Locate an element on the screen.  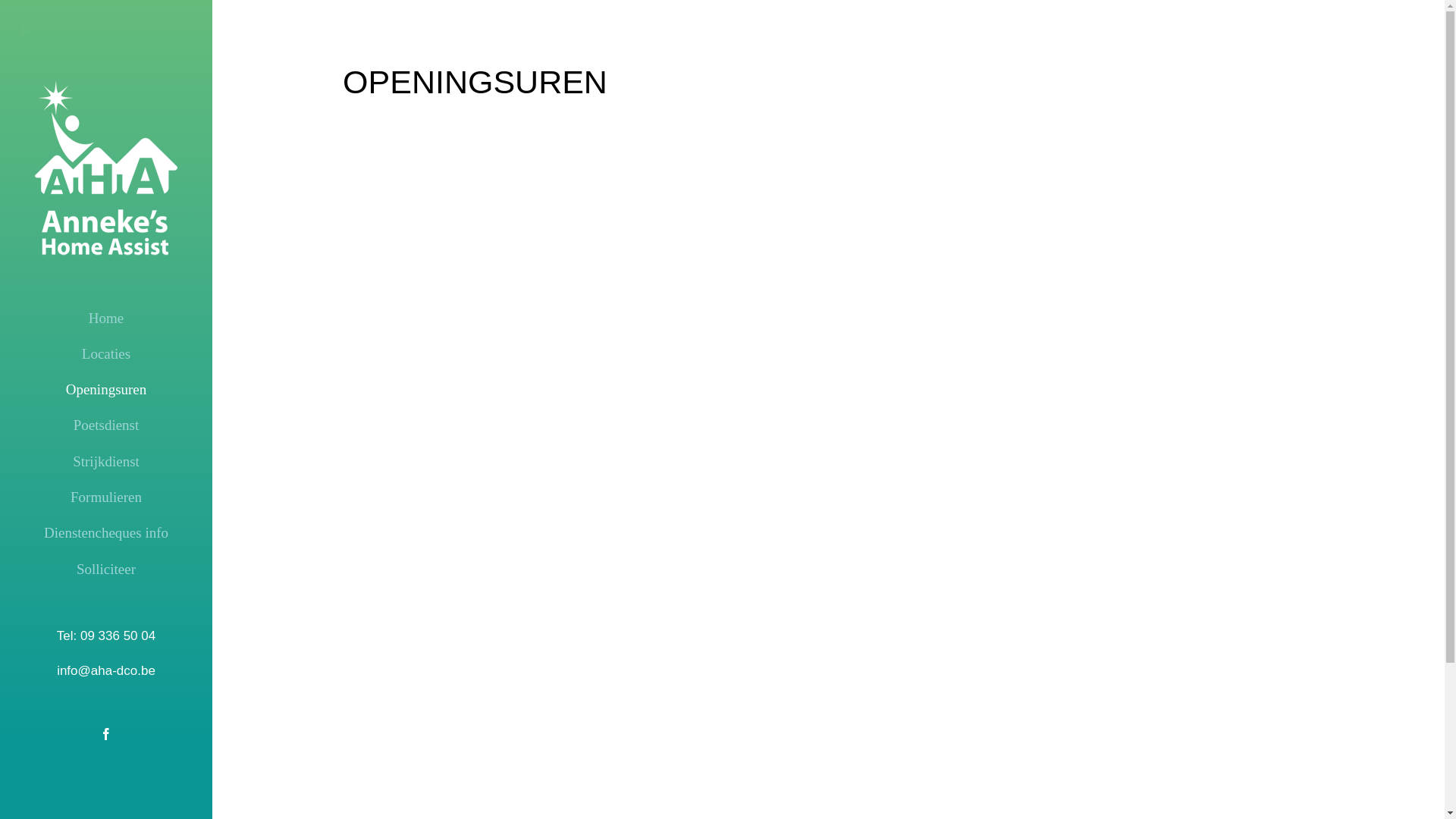
'info@aha-dco.be' is located at coordinates (105, 670).